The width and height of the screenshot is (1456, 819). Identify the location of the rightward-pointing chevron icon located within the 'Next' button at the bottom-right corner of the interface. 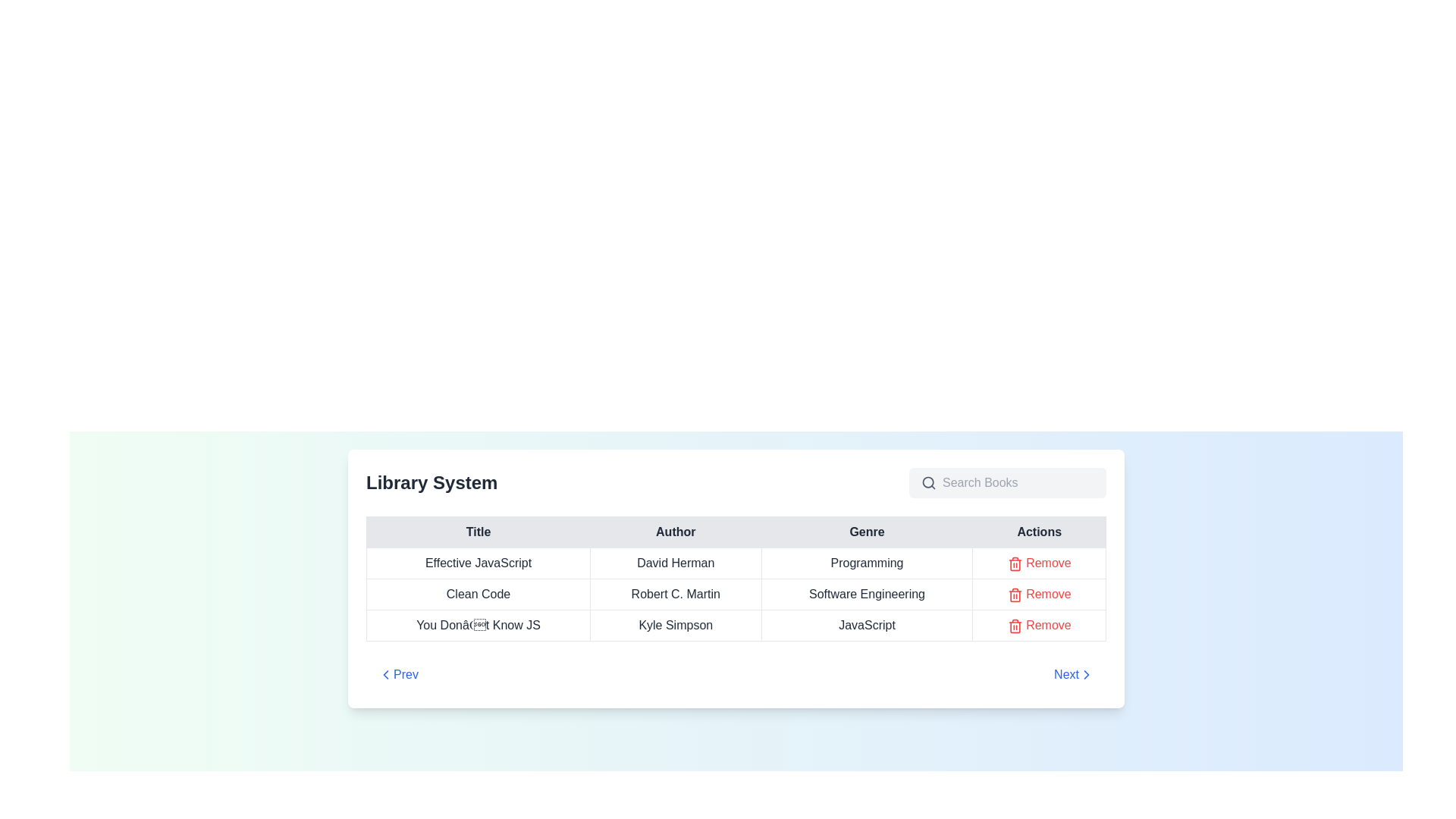
(1086, 674).